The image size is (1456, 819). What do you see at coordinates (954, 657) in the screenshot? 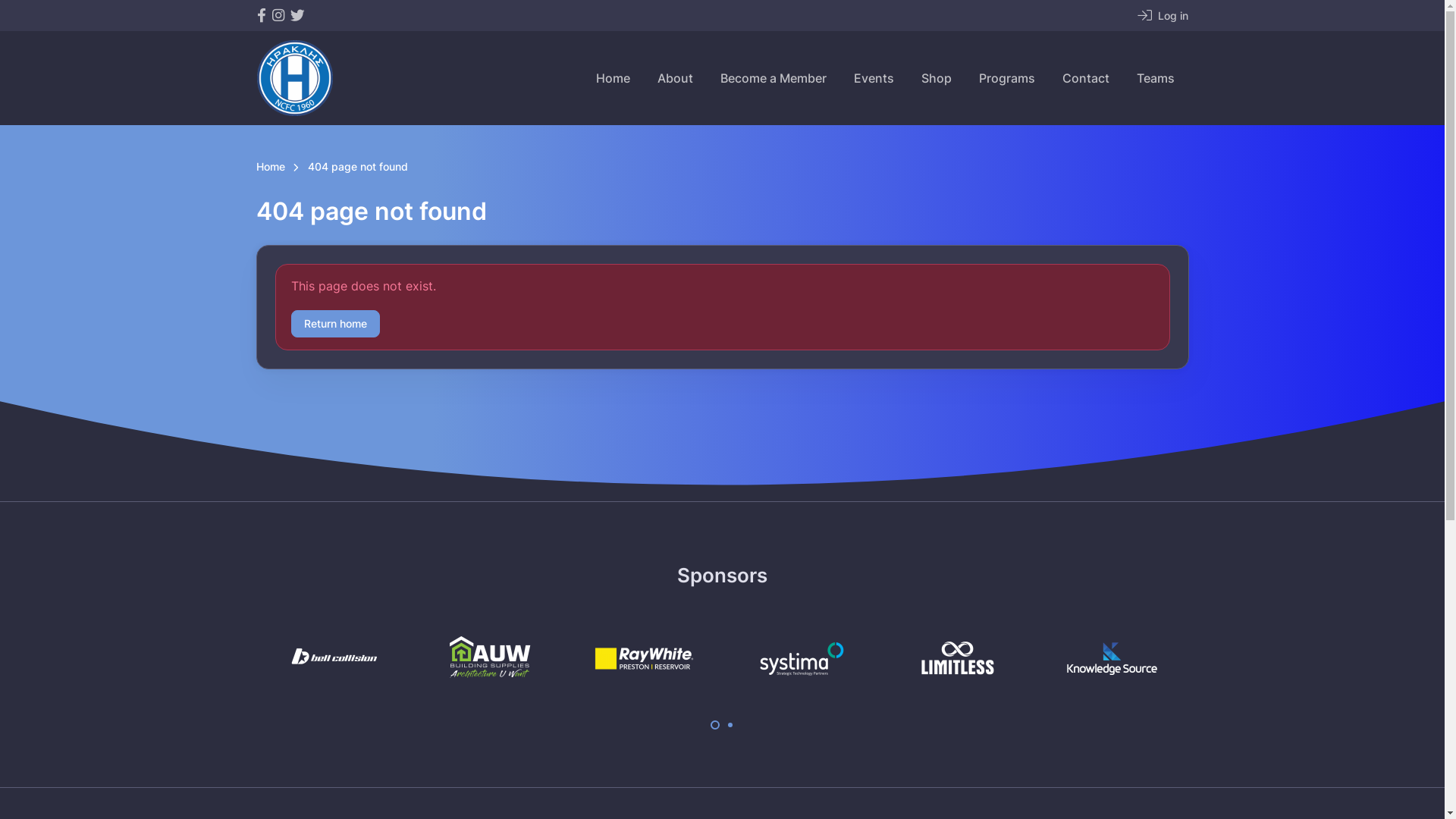
I see `'Limitless Recycling'` at bounding box center [954, 657].